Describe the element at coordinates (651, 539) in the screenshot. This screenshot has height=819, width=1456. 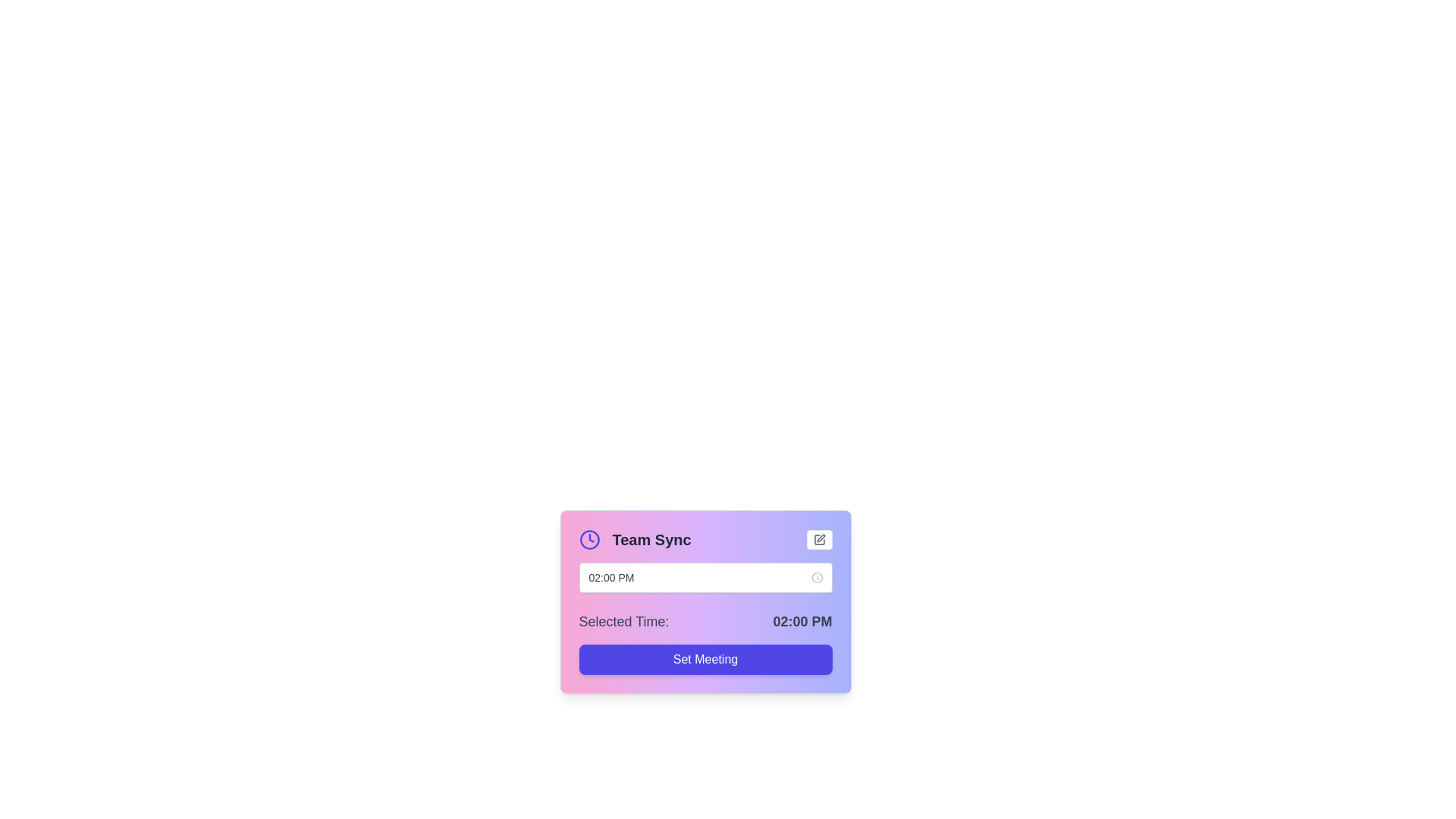
I see `the bold textual label 'Team Sync' styled with a large font size and dark gray color, which is positioned next to the circular clock icon and above the text input field` at that location.